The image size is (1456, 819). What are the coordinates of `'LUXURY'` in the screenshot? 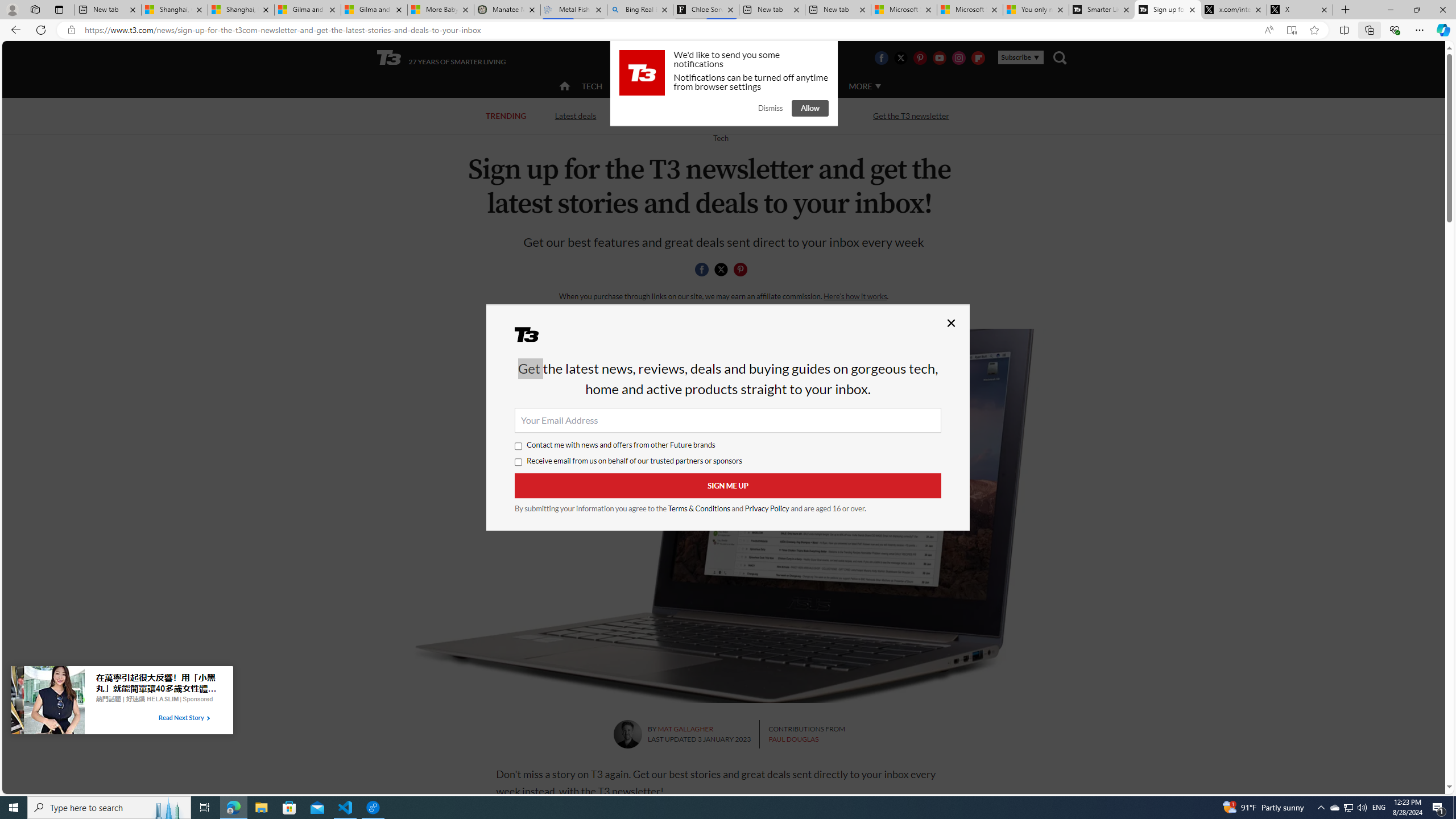 It's located at (765, 85).